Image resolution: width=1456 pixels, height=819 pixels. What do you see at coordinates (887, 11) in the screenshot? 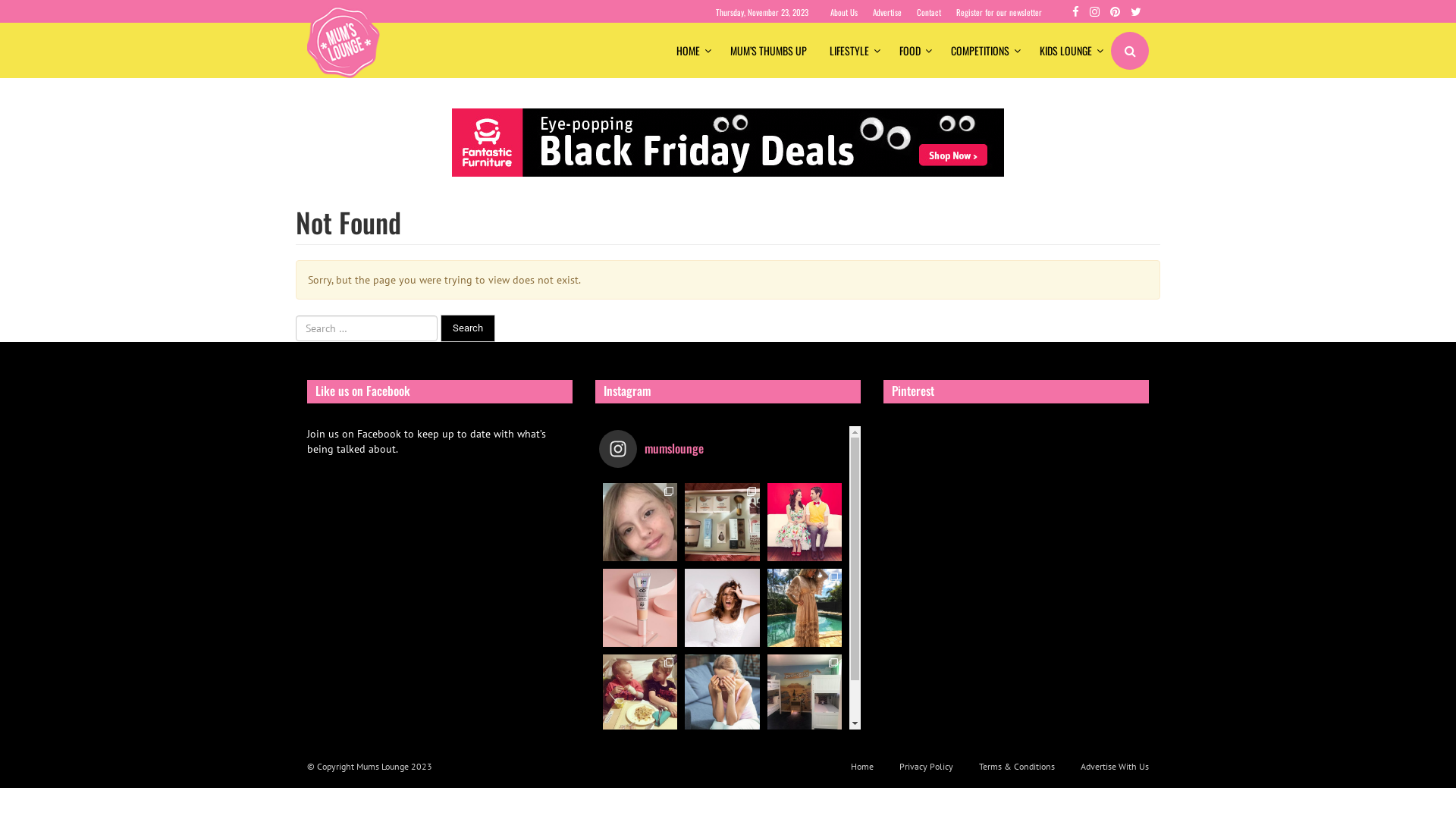
I see `'Advertise'` at bounding box center [887, 11].